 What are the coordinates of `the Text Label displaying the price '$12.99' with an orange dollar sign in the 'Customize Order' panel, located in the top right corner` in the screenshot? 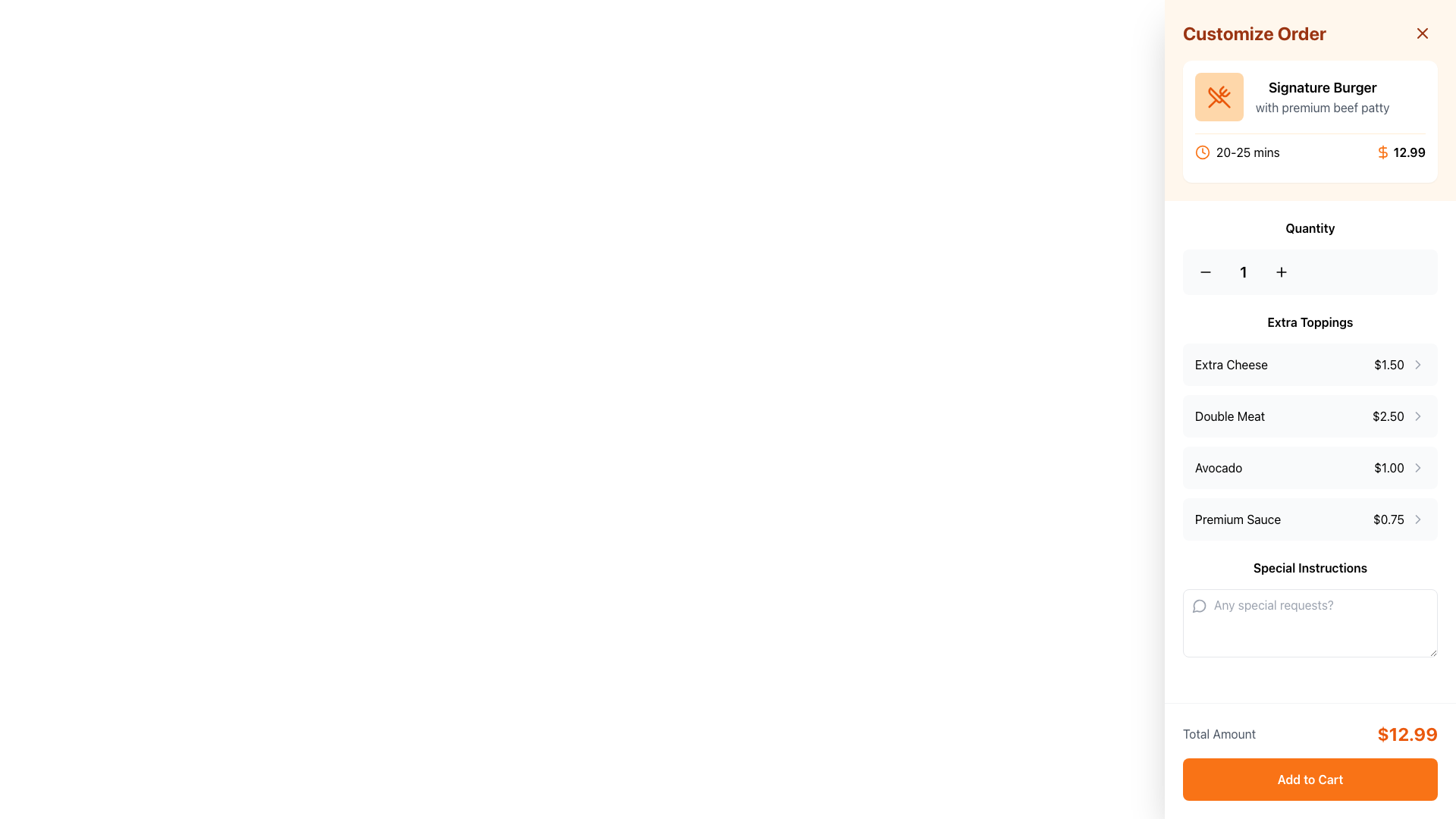 It's located at (1399, 152).